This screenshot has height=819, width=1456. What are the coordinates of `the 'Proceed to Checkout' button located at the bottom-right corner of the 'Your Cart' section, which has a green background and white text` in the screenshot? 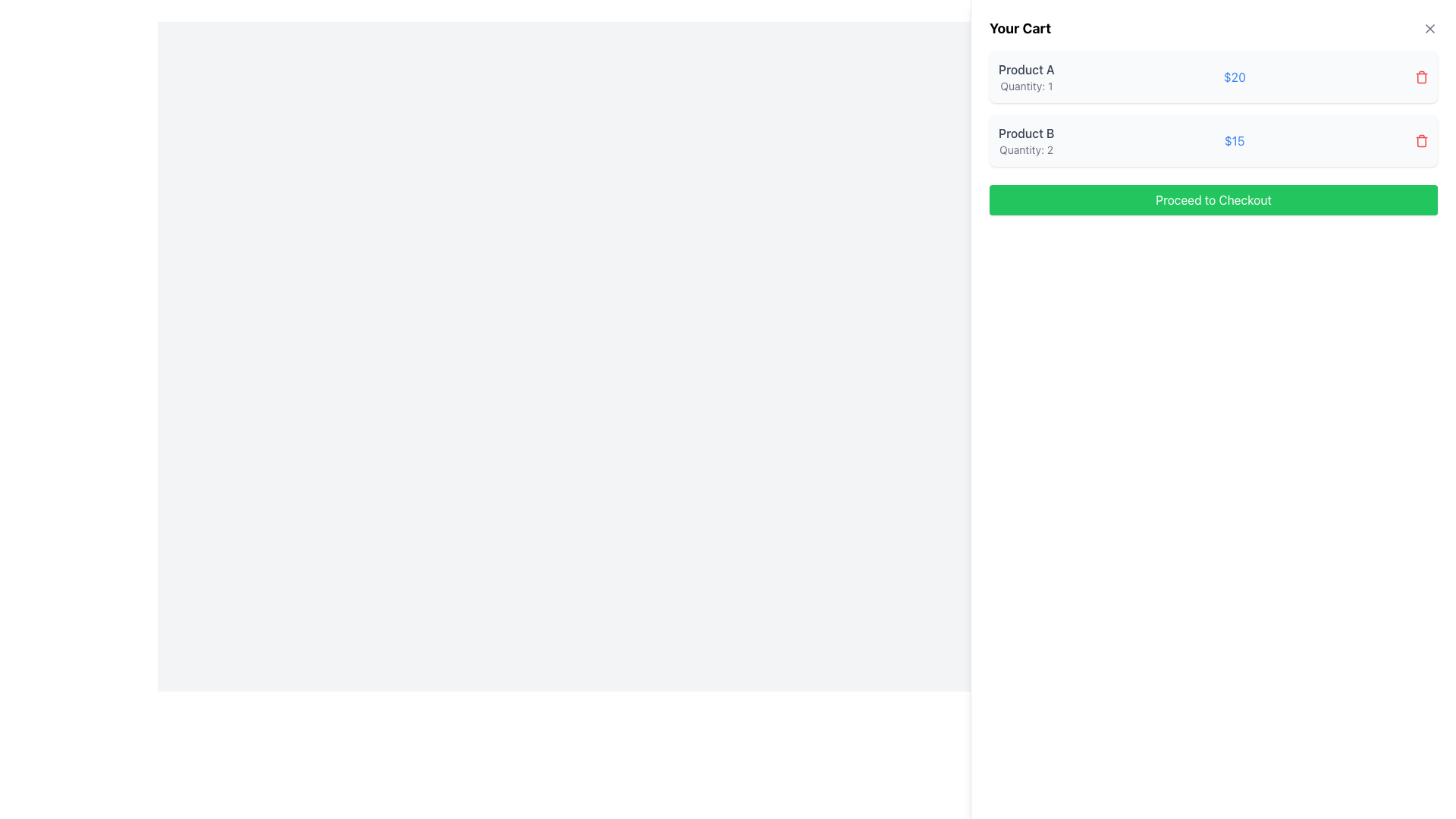 It's located at (1212, 199).